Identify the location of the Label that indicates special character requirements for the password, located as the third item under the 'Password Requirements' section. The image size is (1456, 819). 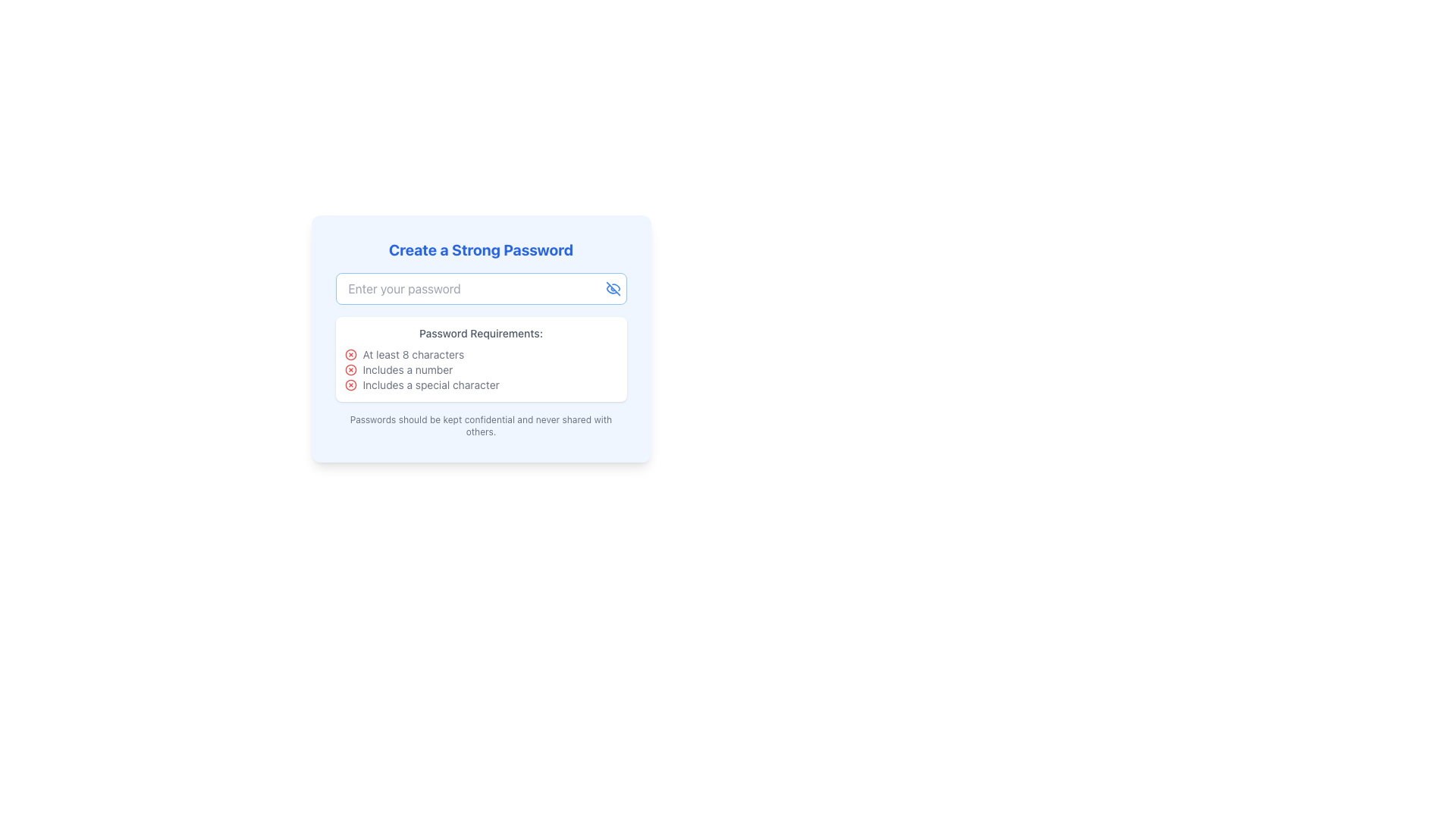
(430, 384).